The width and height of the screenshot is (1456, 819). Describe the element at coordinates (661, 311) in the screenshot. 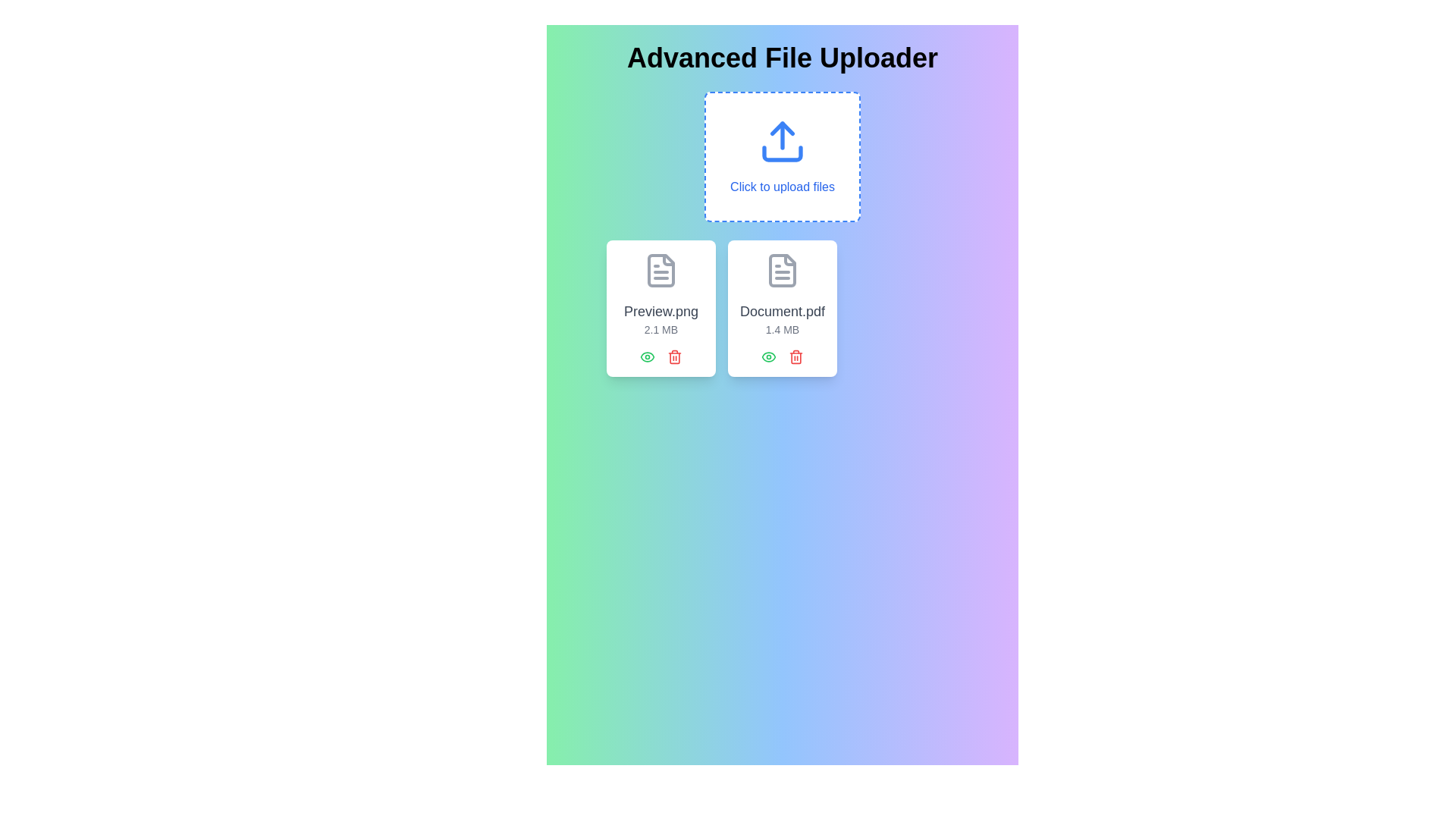

I see `text content displayed in the filename label located at the top-center of the left card in a horizontally arranged card layout` at that location.